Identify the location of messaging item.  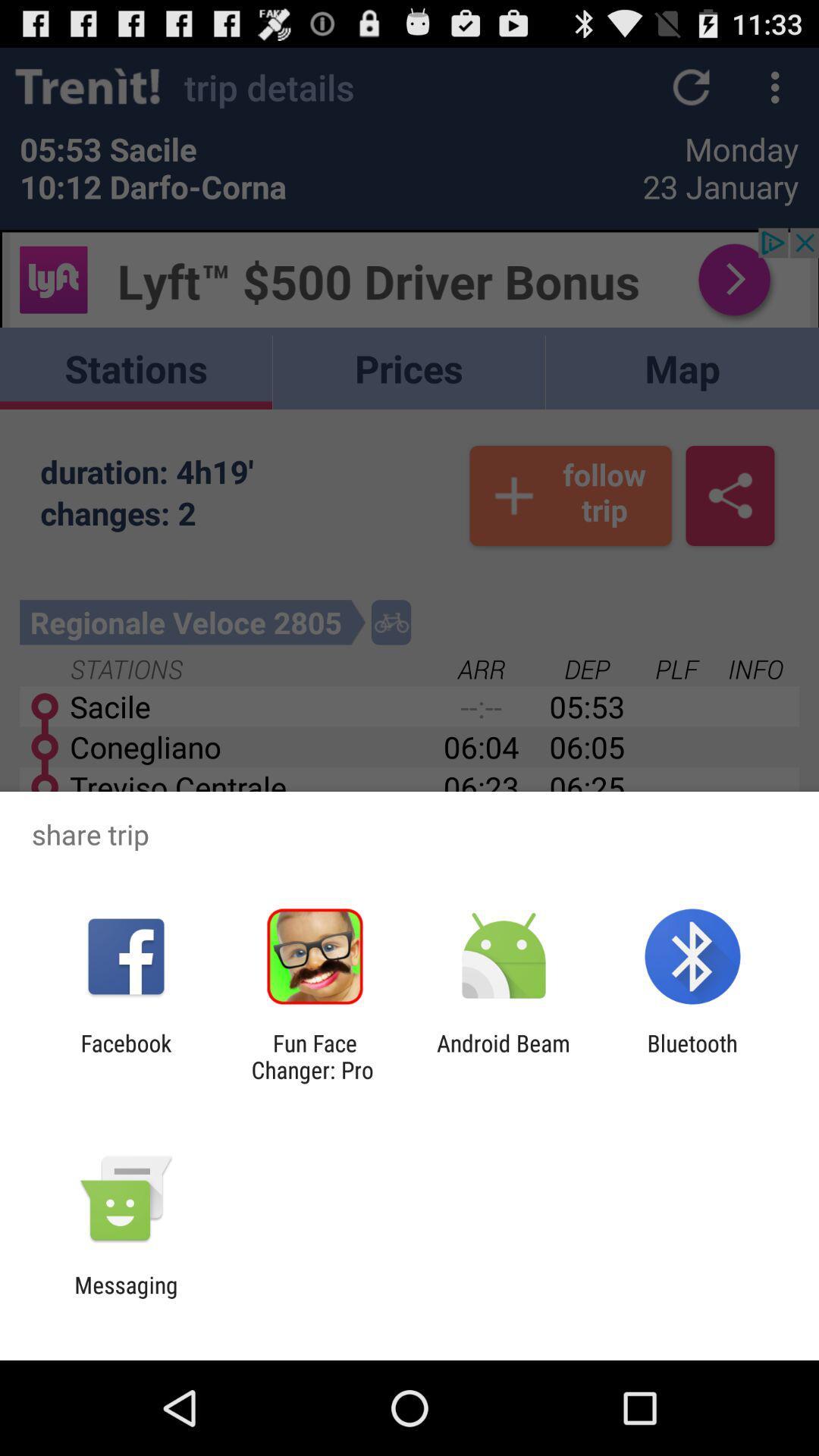
(125, 1298).